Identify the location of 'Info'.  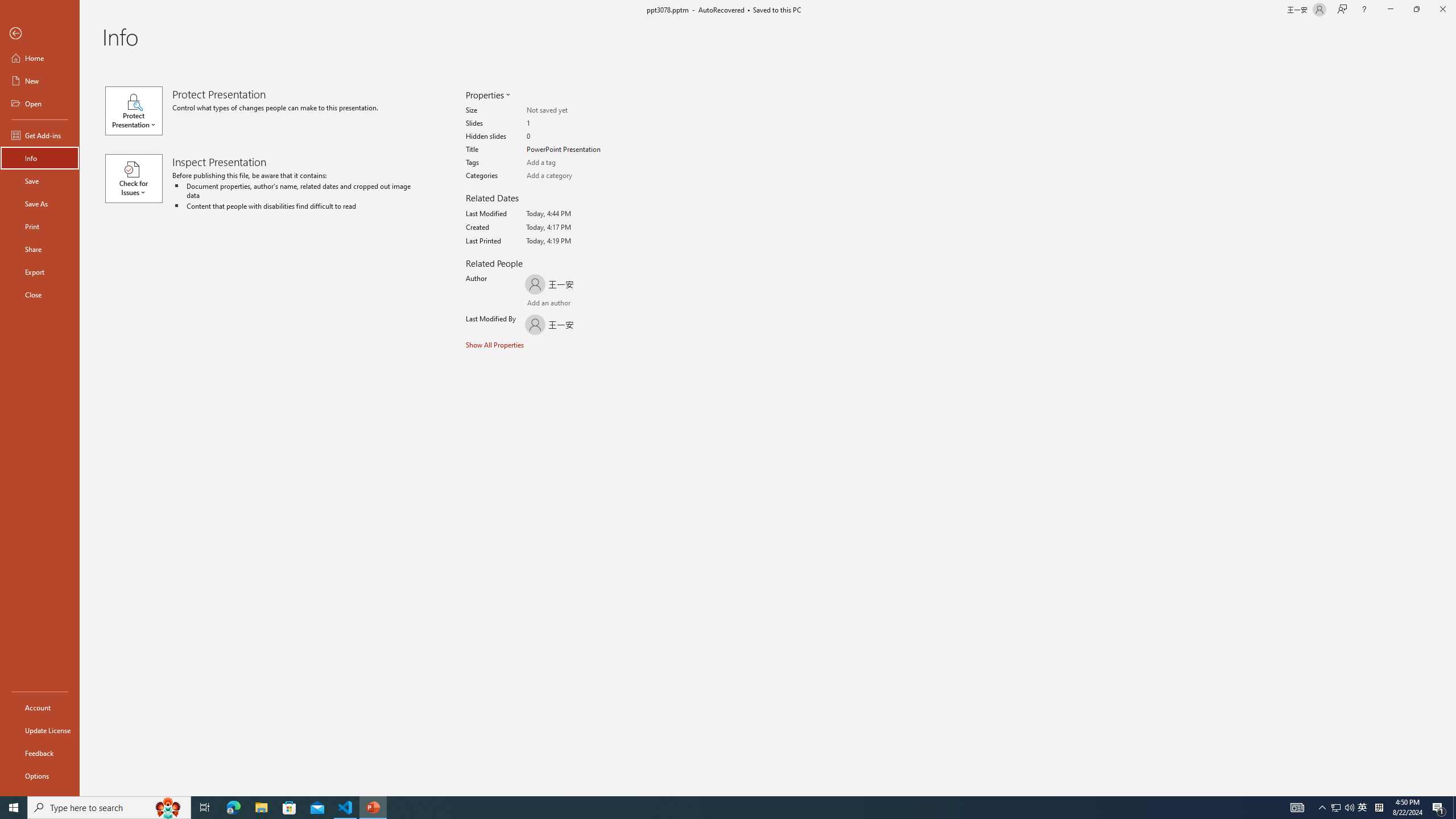
(39, 157).